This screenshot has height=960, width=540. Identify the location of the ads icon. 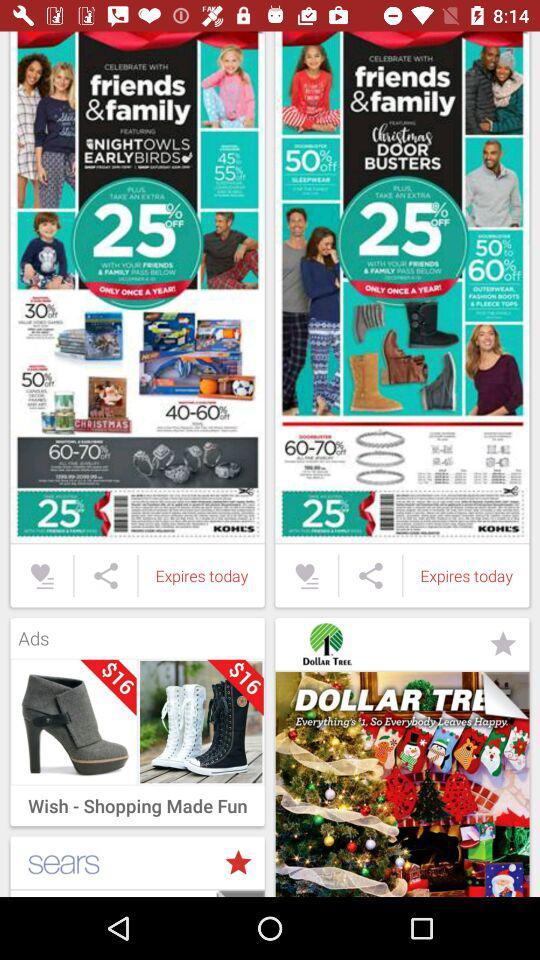
(136, 632).